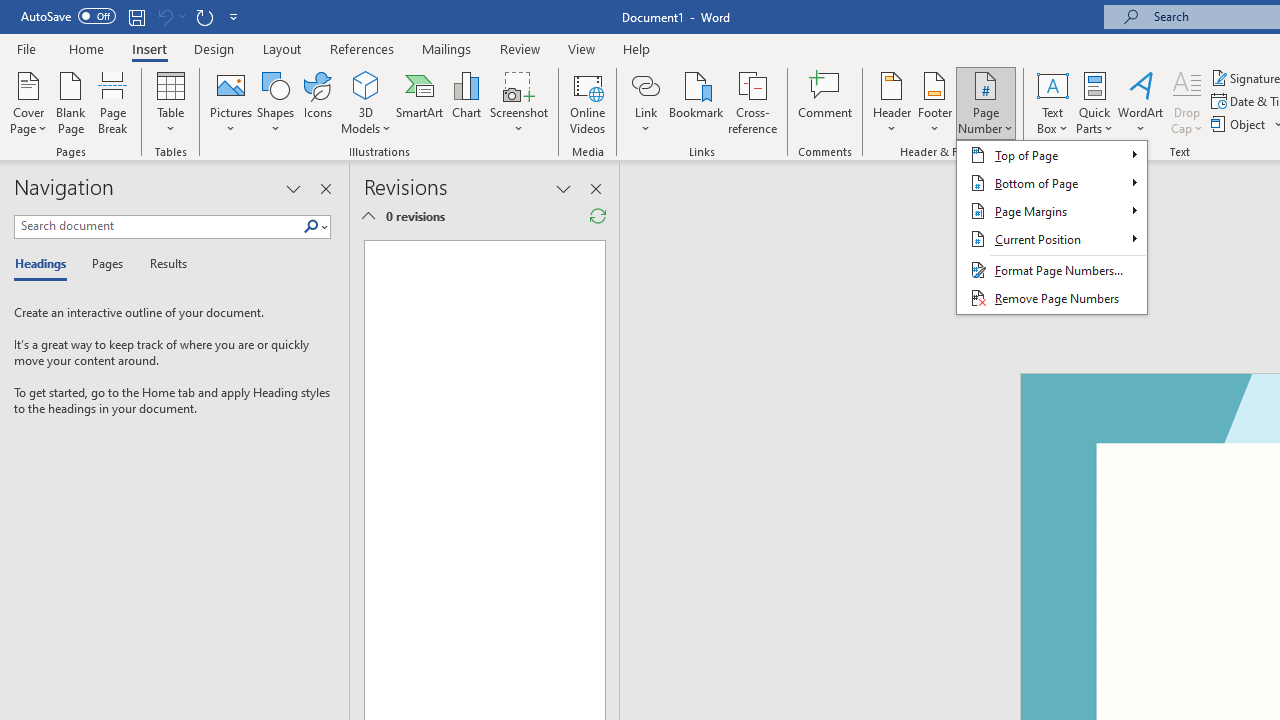 Image resolution: width=1280 pixels, height=720 pixels. Describe the element at coordinates (1051, 103) in the screenshot. I see `'Text Box'` at that location.